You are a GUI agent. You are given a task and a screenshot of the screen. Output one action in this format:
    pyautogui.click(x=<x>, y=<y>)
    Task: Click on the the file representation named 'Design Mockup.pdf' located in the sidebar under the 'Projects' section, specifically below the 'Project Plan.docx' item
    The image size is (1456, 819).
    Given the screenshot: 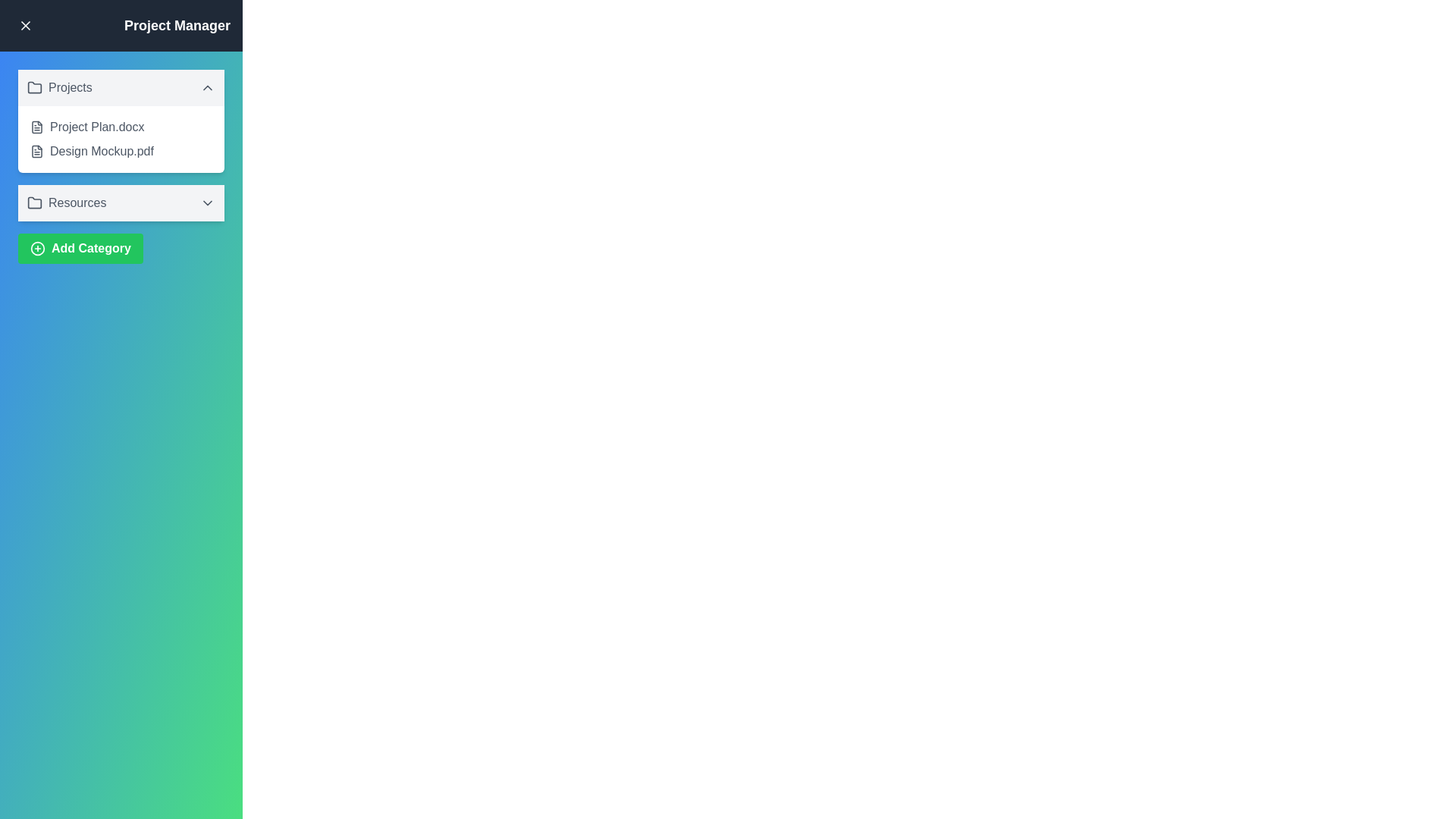 What is the action you would take?
    pyautogui.click(x=120, y=152)
    